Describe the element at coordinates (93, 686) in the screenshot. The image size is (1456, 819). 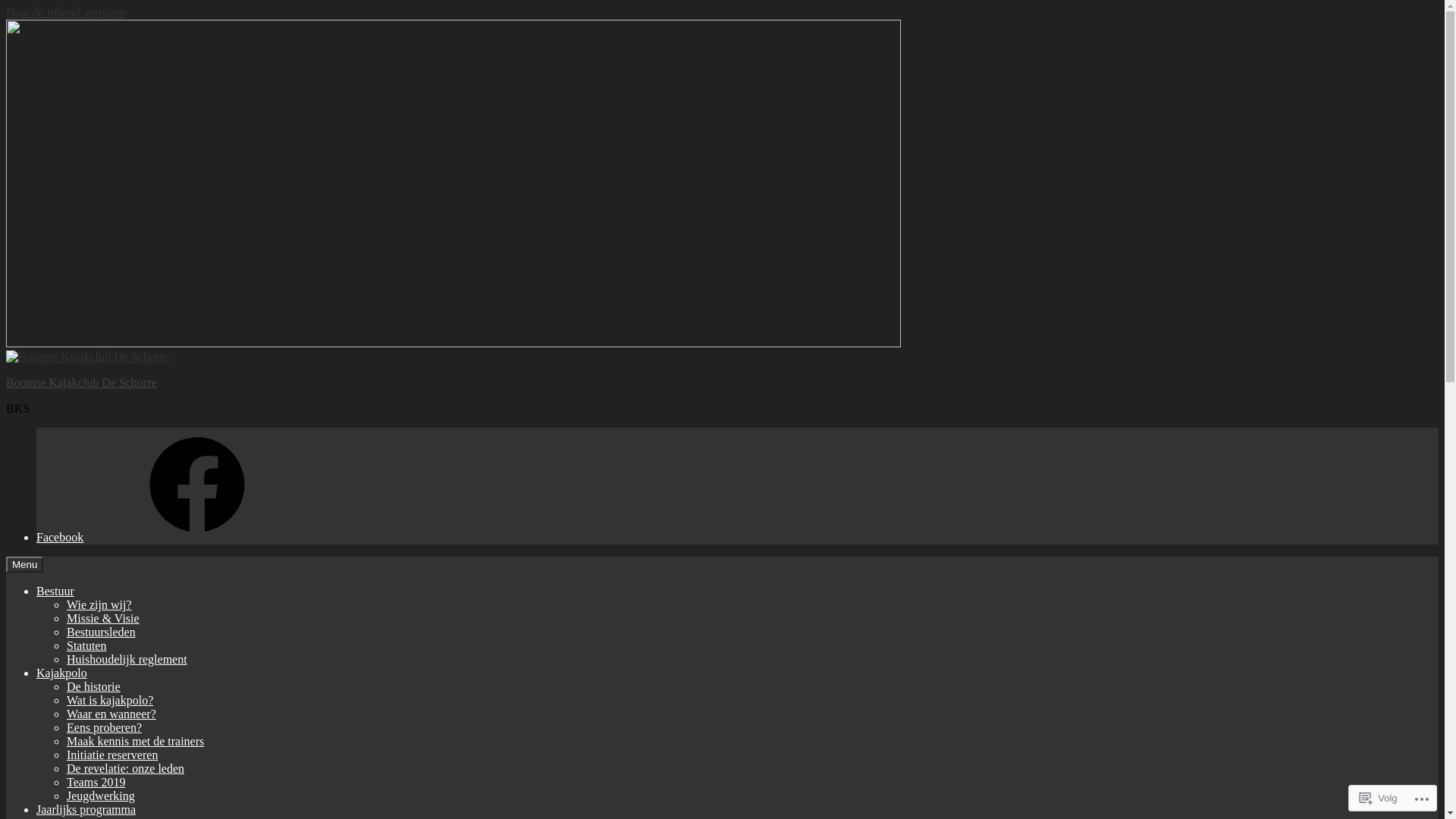
I see `'De historie'` at that location.